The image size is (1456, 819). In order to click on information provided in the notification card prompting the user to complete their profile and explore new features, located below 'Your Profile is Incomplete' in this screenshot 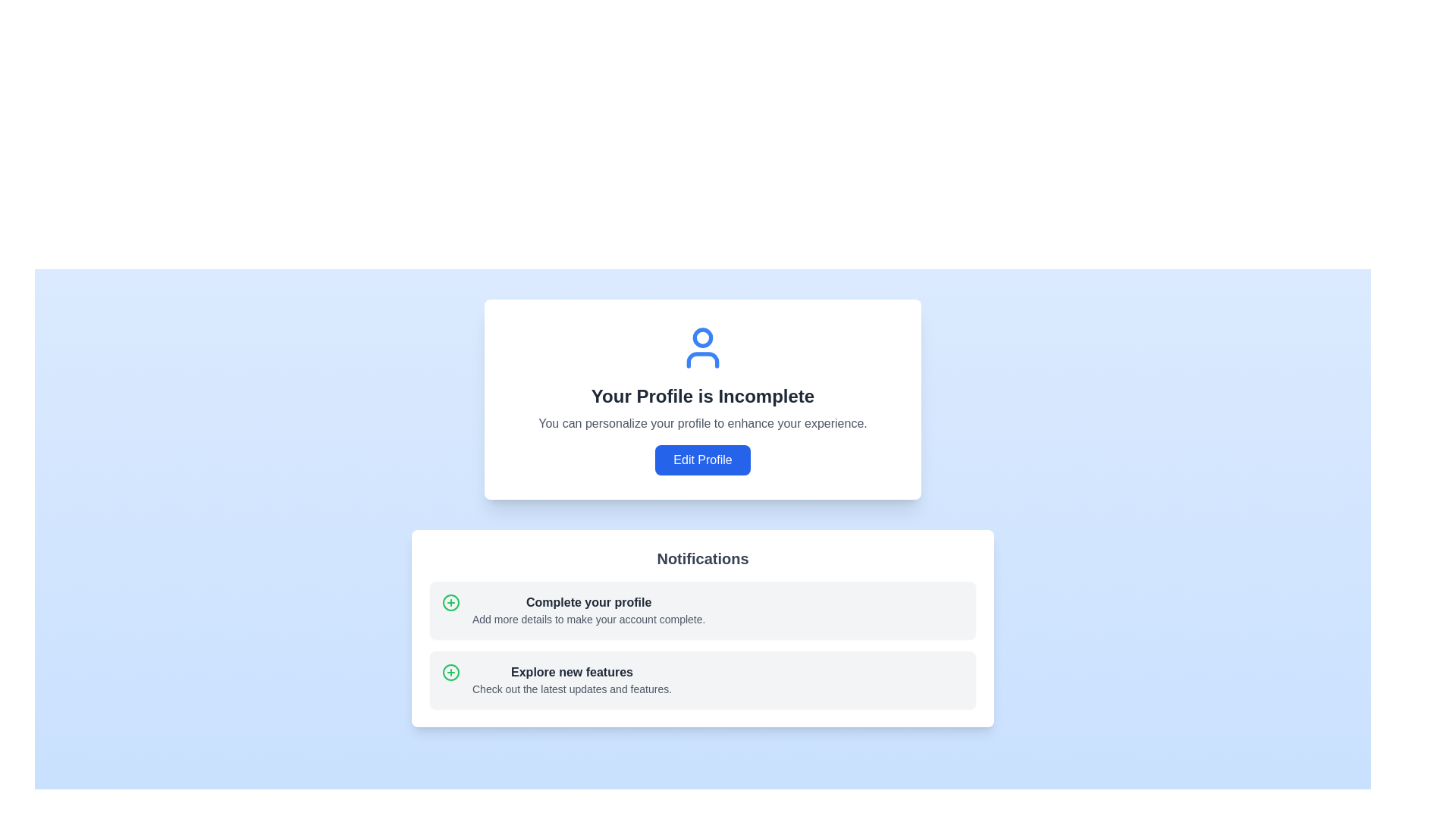, I will do `click(701, 629)`.